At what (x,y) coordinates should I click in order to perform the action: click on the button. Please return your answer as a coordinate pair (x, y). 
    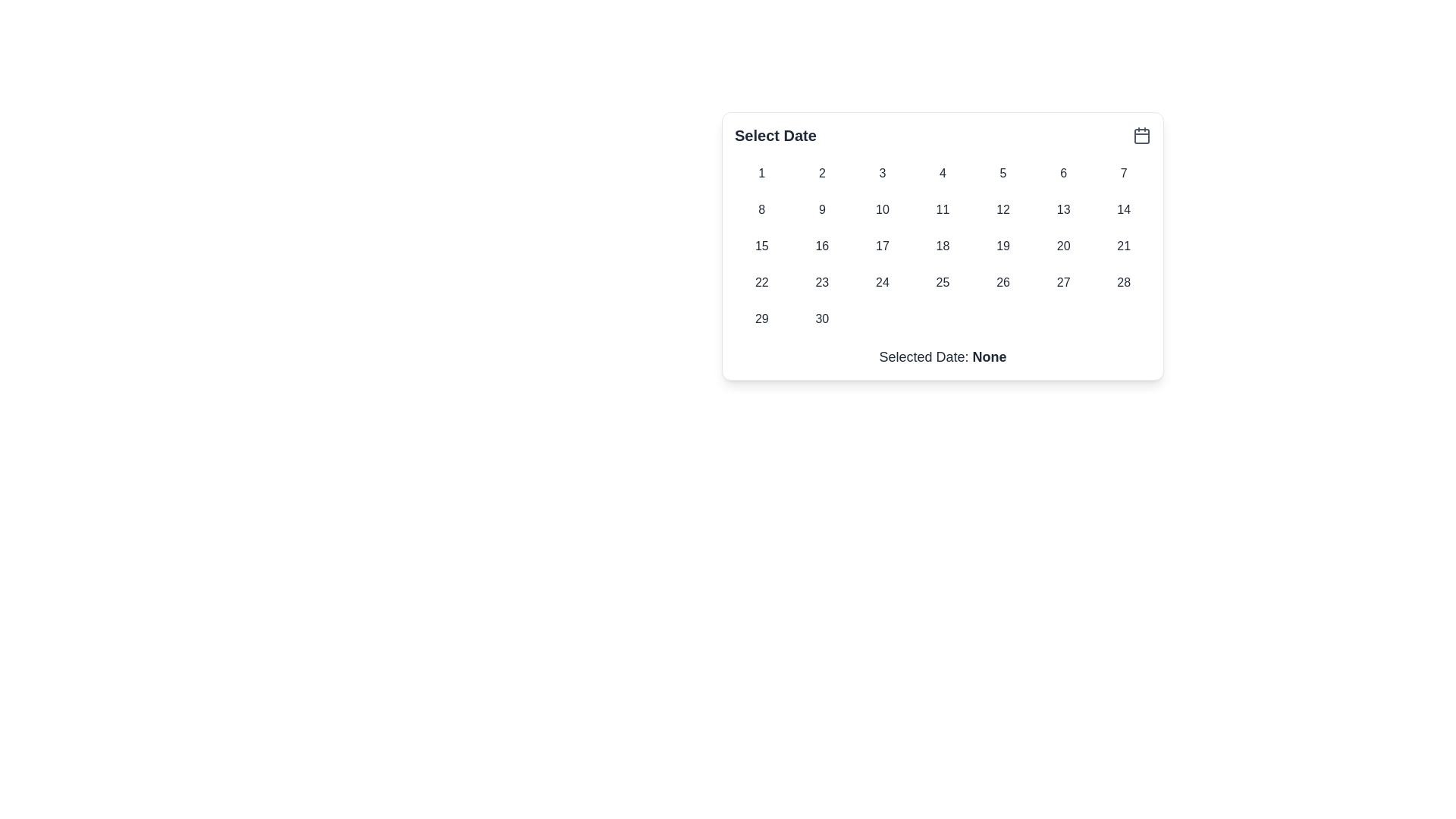
    Looking at the image, I should click on (1003, 245).